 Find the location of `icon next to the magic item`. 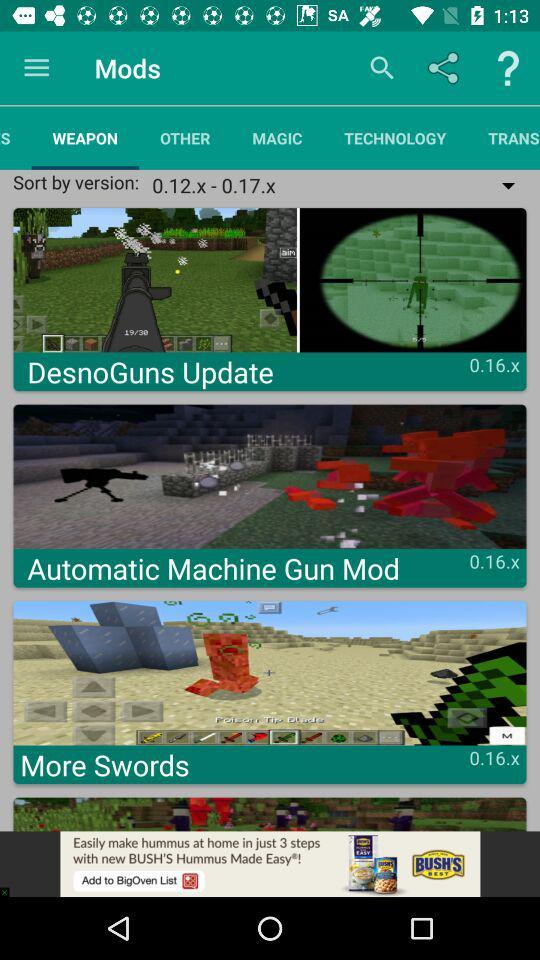

icon next to the magic item is located at coordinates (185, 137).